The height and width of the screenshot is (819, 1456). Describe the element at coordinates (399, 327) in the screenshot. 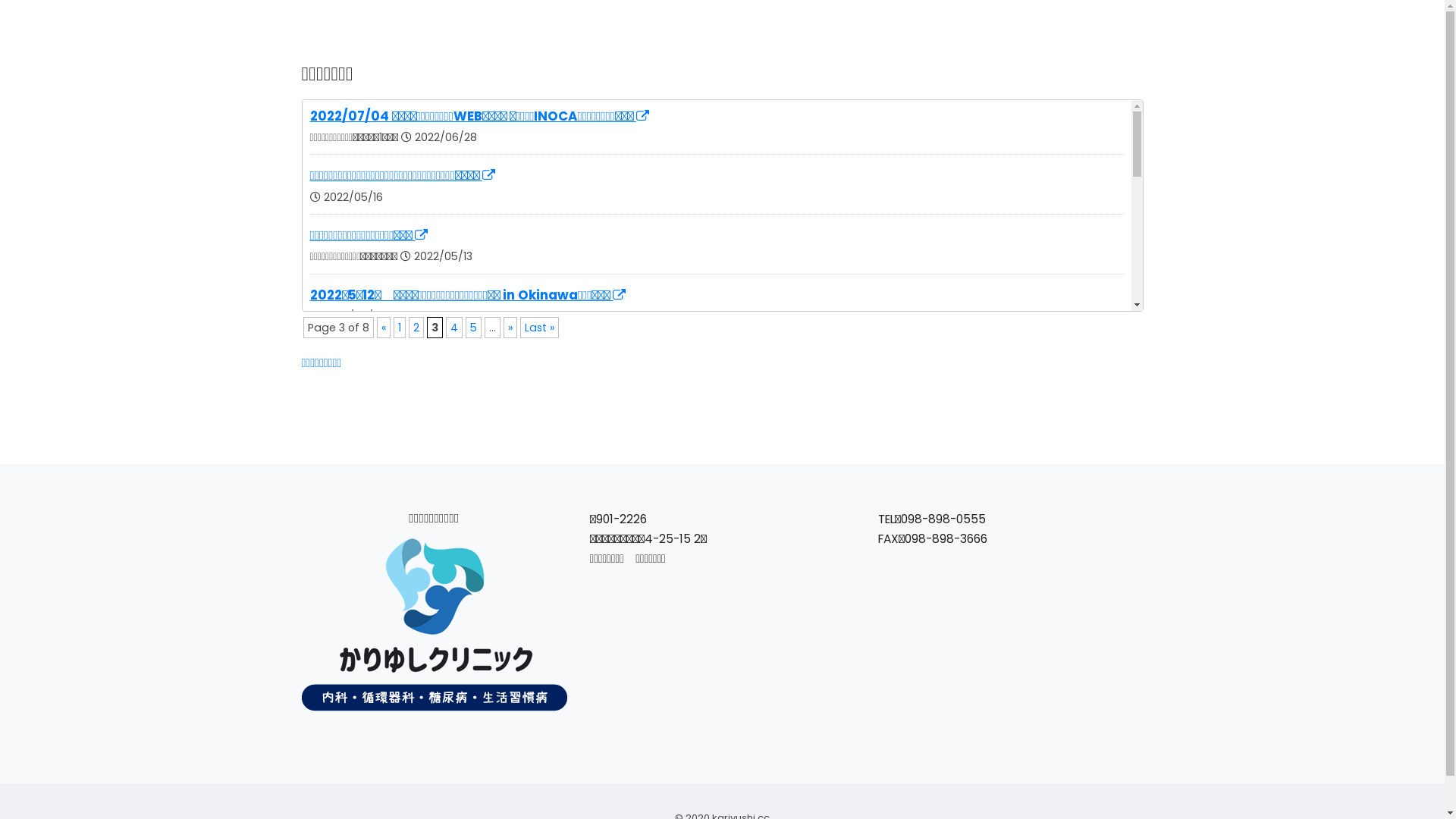

I see `'1'` at that location.